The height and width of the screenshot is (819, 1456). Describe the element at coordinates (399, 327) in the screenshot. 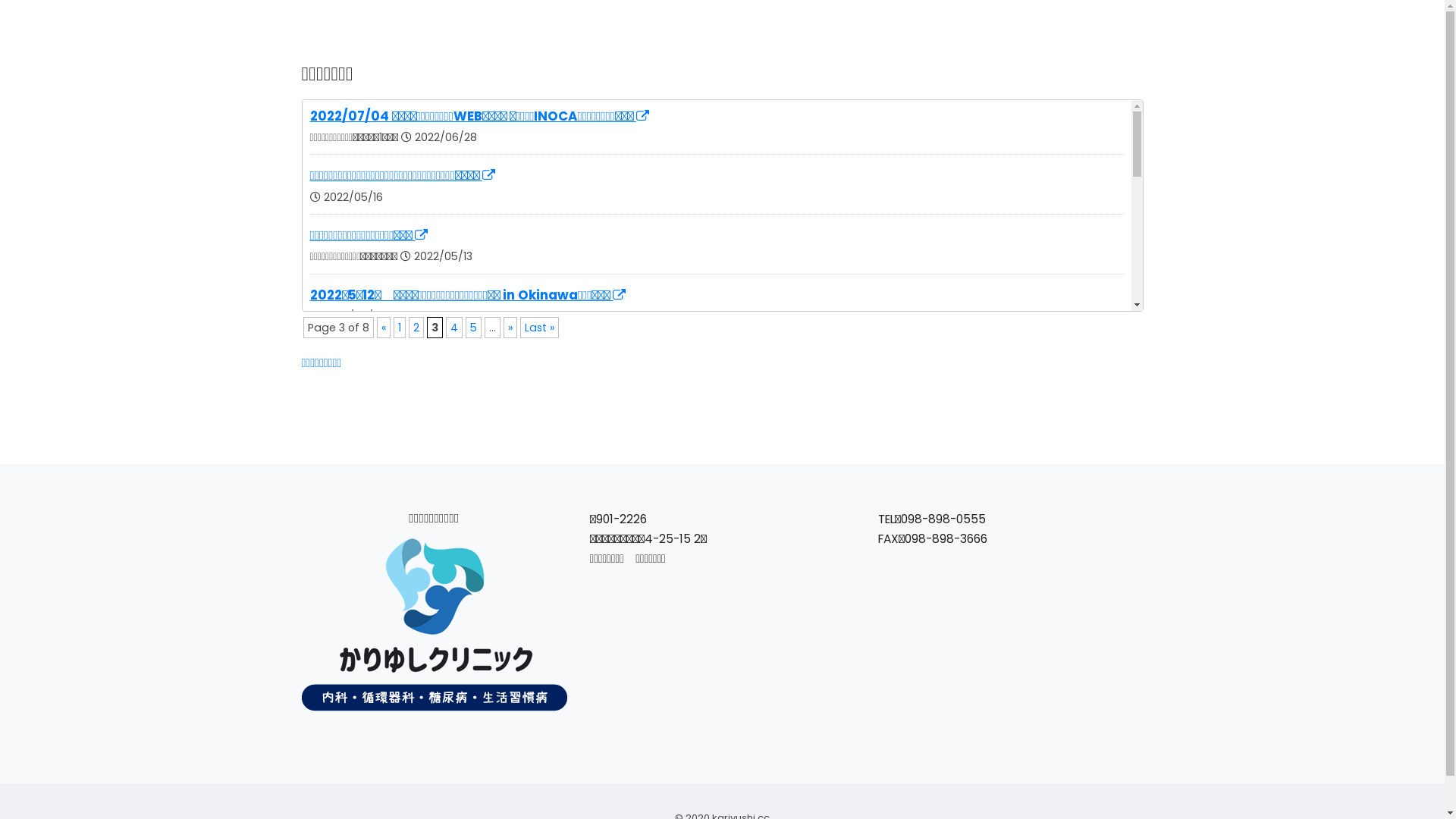

I see `'1'` at that location.